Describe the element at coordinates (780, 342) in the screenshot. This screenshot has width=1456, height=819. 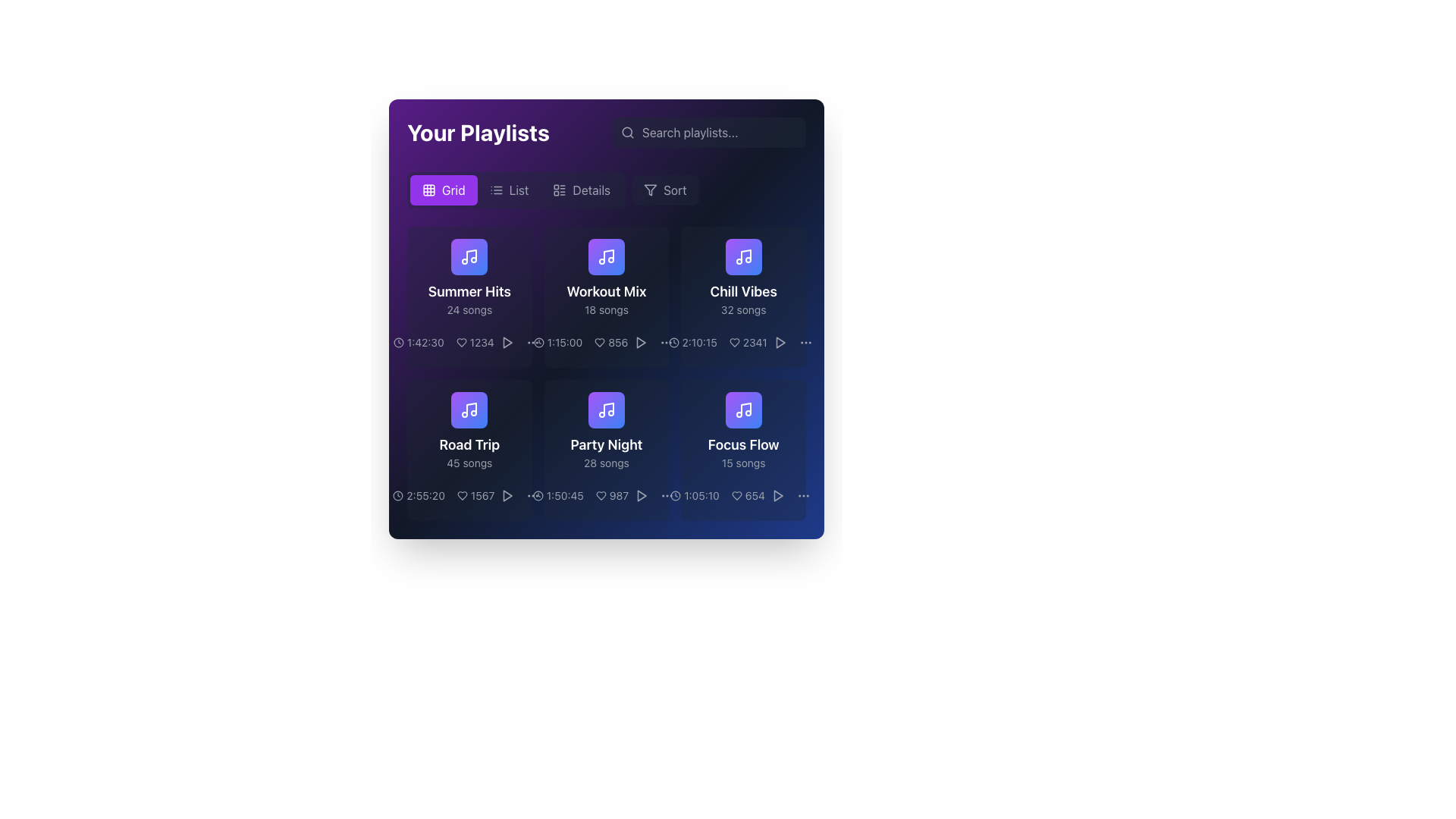
I see `the play button for the 'Chill Vibes' playlist, located to the right of the likes count '2341'` at that location.